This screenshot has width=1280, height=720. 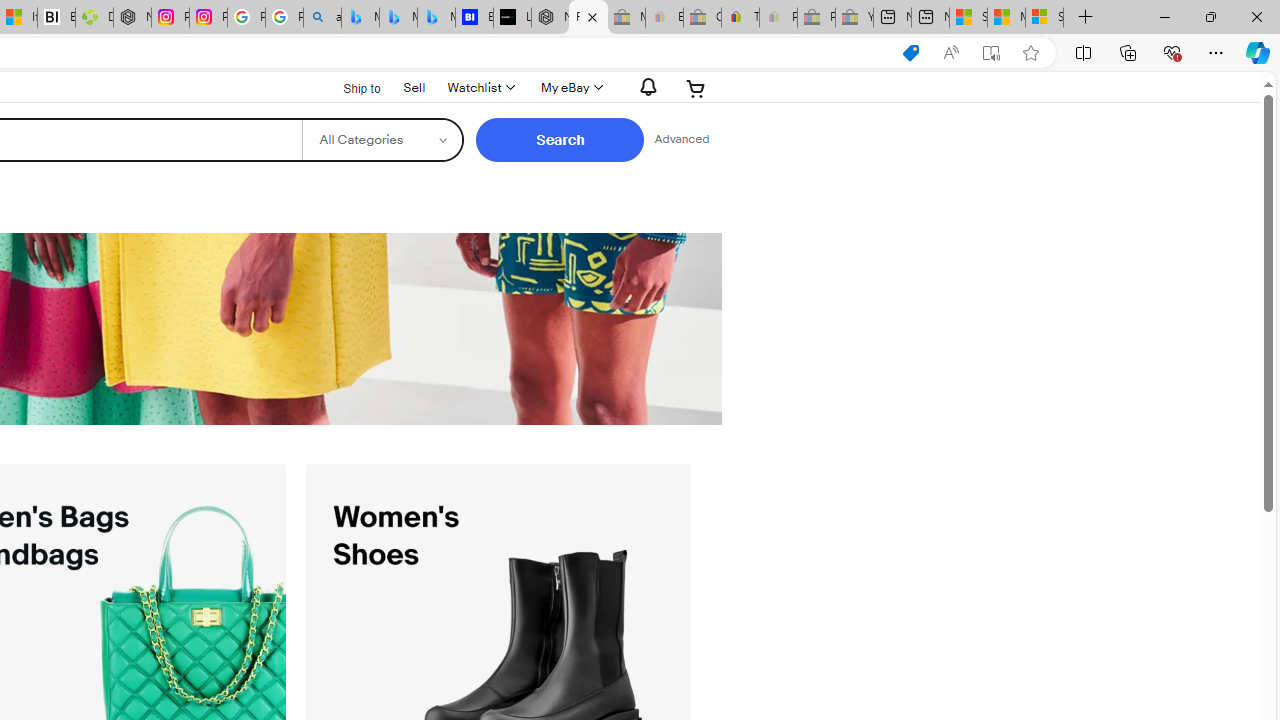 What do you see at coordinates (480, 87) in the screenshot?
I see `'Watchlist'` at bounding box center [480, 87].